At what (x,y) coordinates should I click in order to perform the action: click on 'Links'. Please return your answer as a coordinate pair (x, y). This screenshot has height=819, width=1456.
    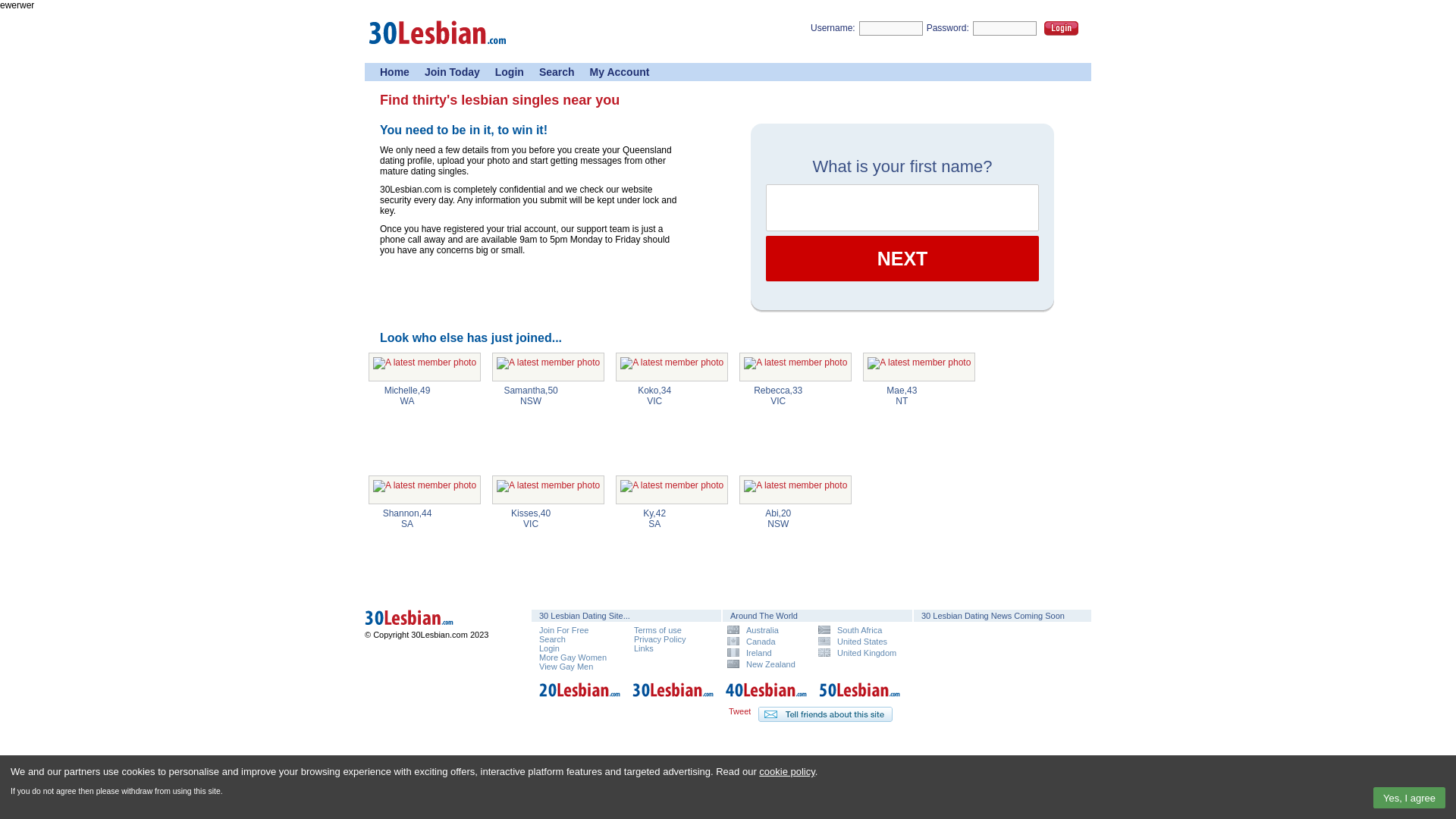
    Looking at the image, I should click on (644, 648).